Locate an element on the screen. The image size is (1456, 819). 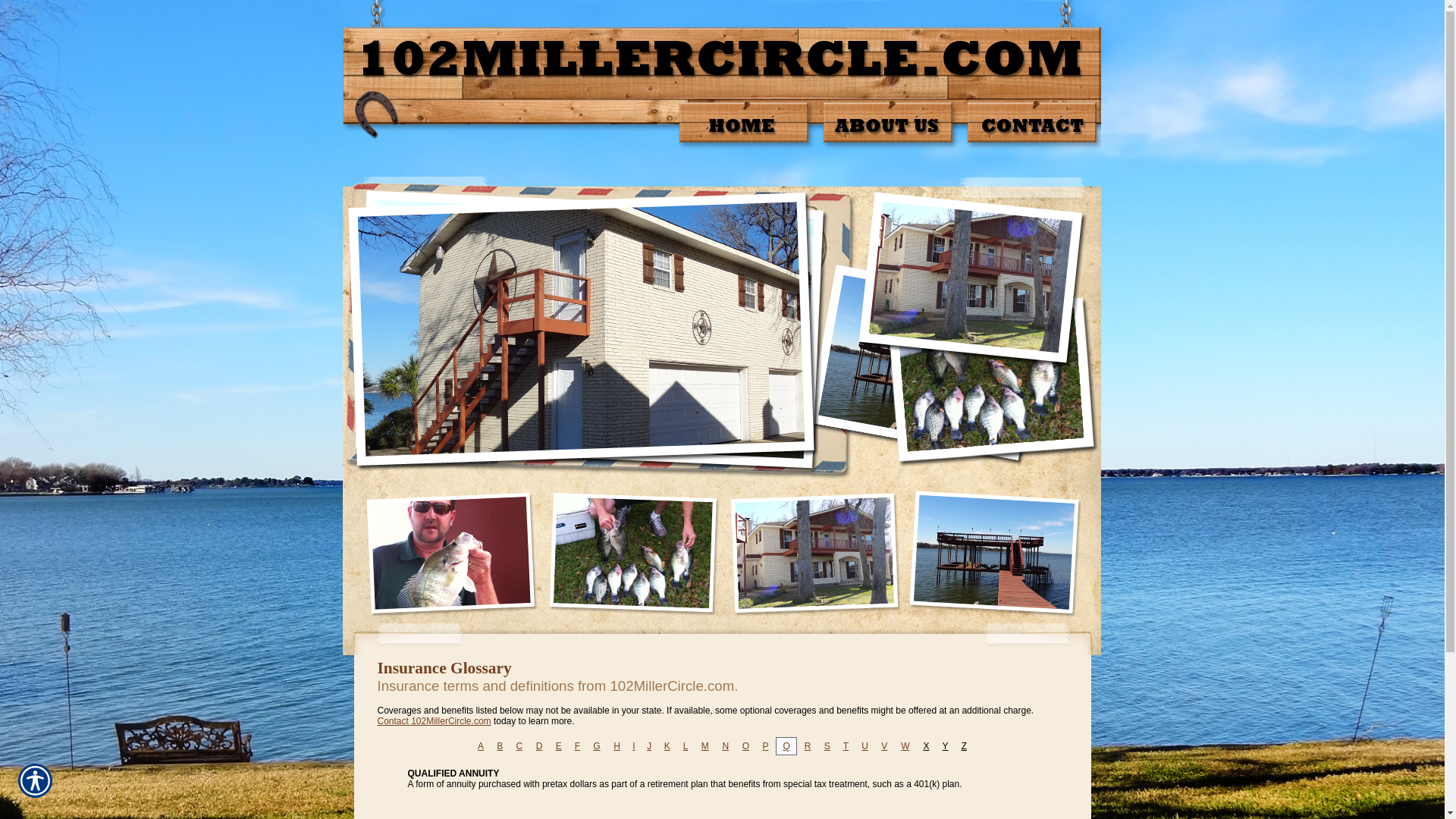
'I' is located at coordinates (633, 745).